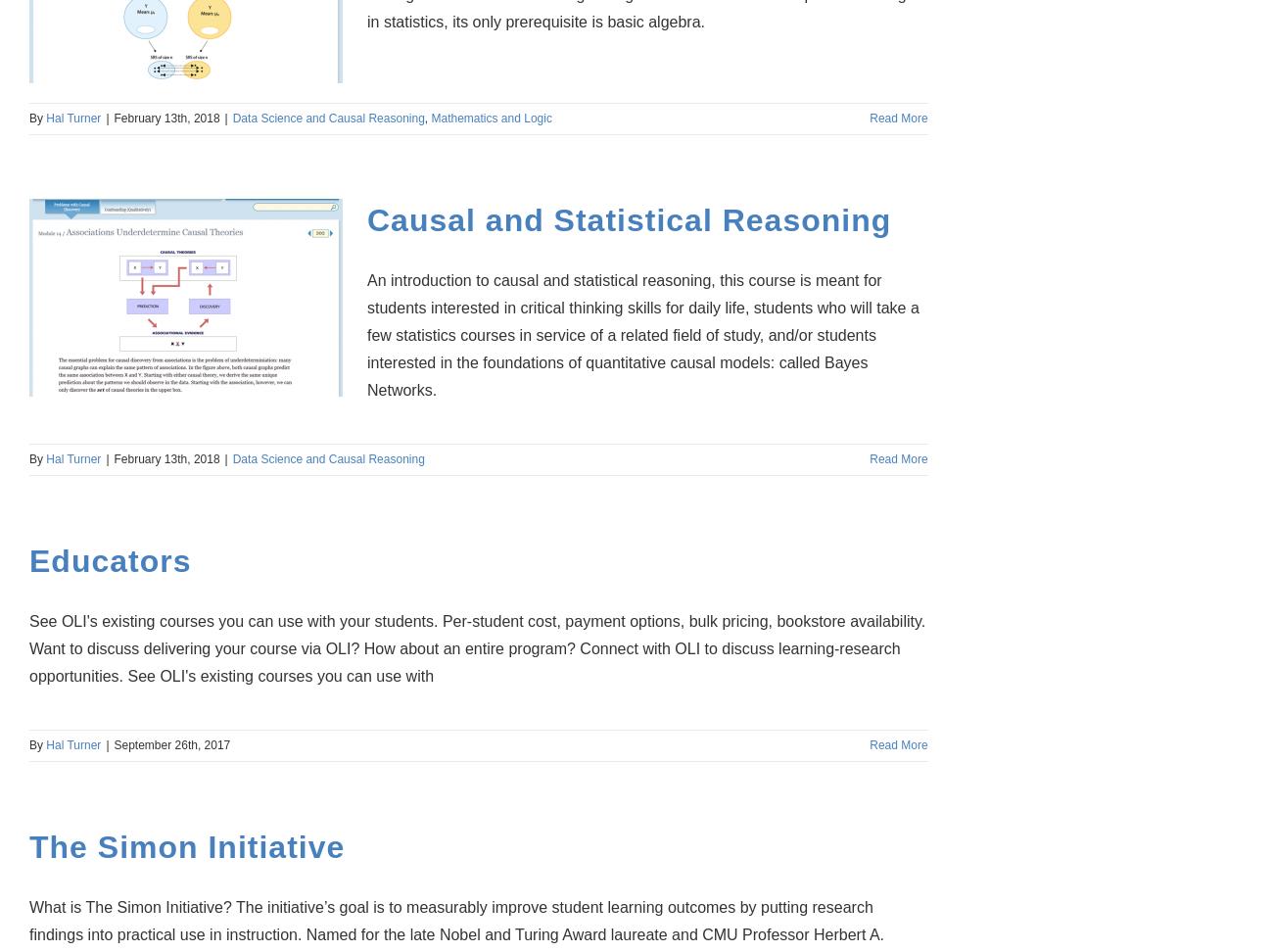 The image size is (1273, 952). What do you see at coordinates (366, 219) in the screenshot?
I see `'Causal and Statistical Reasoning'` at bounding box center [366, 219].